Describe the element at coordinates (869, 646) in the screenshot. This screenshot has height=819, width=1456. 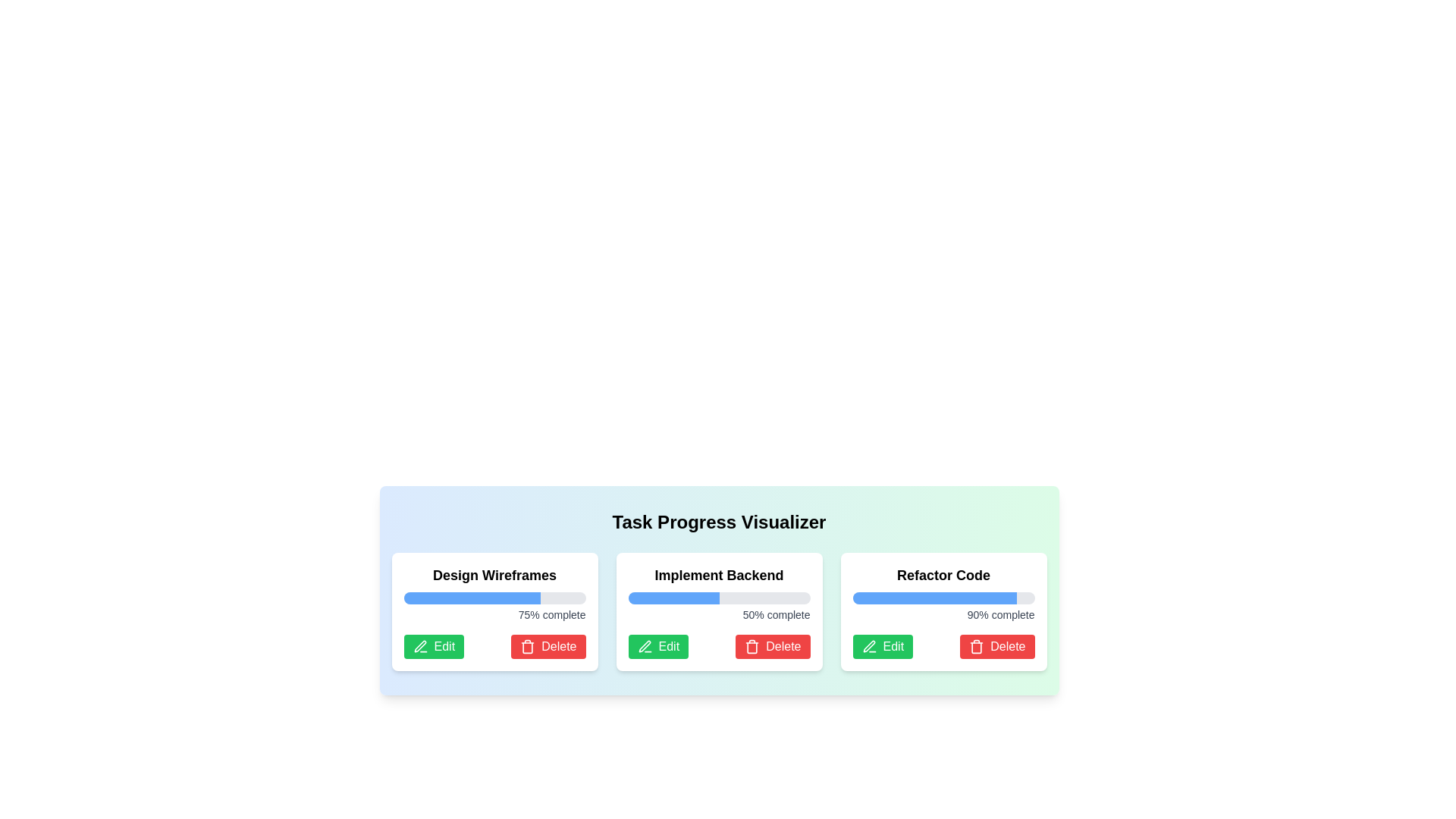
I see `the icon embedded within the green 'Edit' button on the last card titled 'Refactor Code'` at that location.